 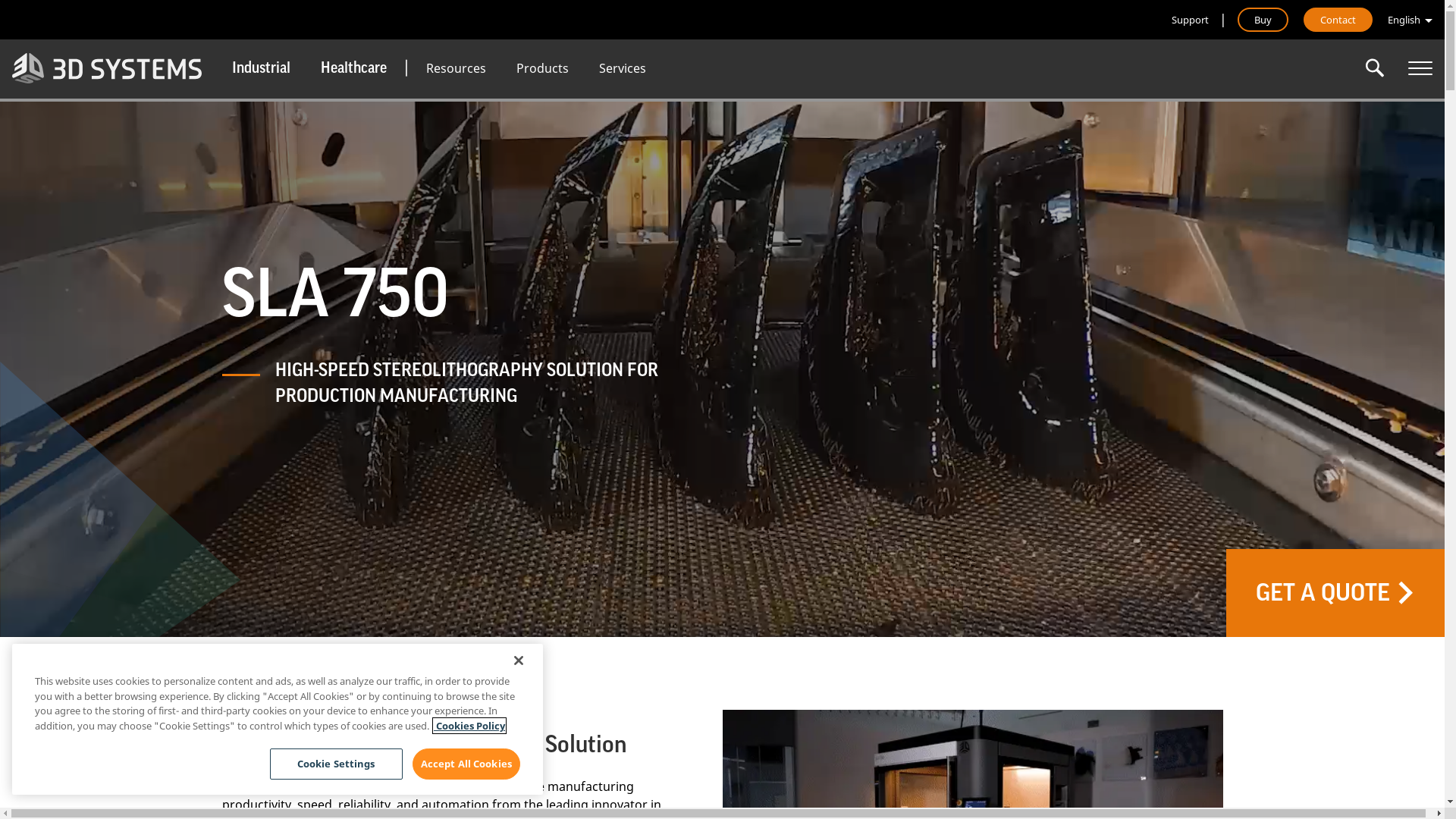 I want to click on 'Healthcare', so click(x=305, y=67).